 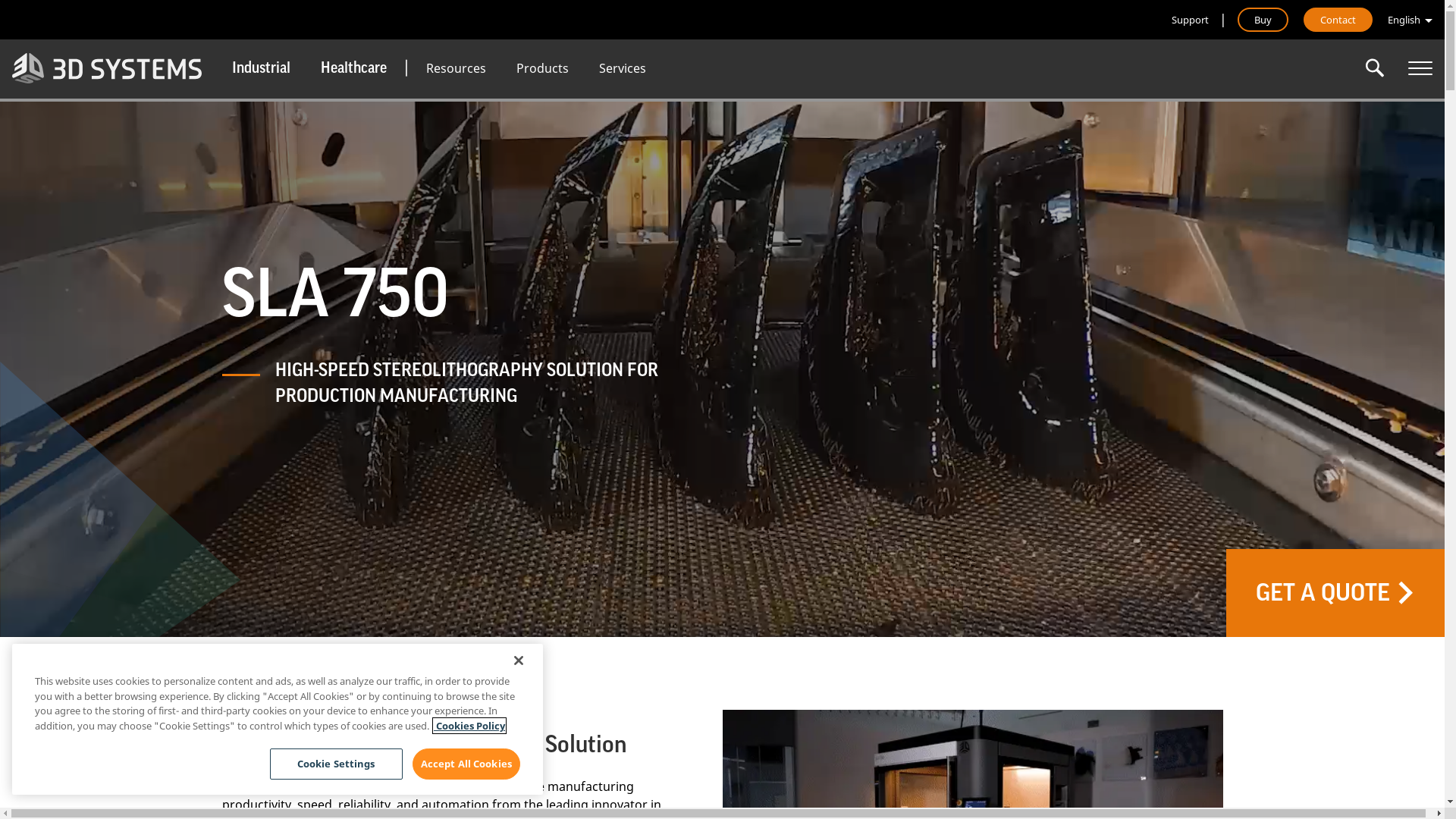 I want to click on 'Healthcare', so click(x=305, y=67).